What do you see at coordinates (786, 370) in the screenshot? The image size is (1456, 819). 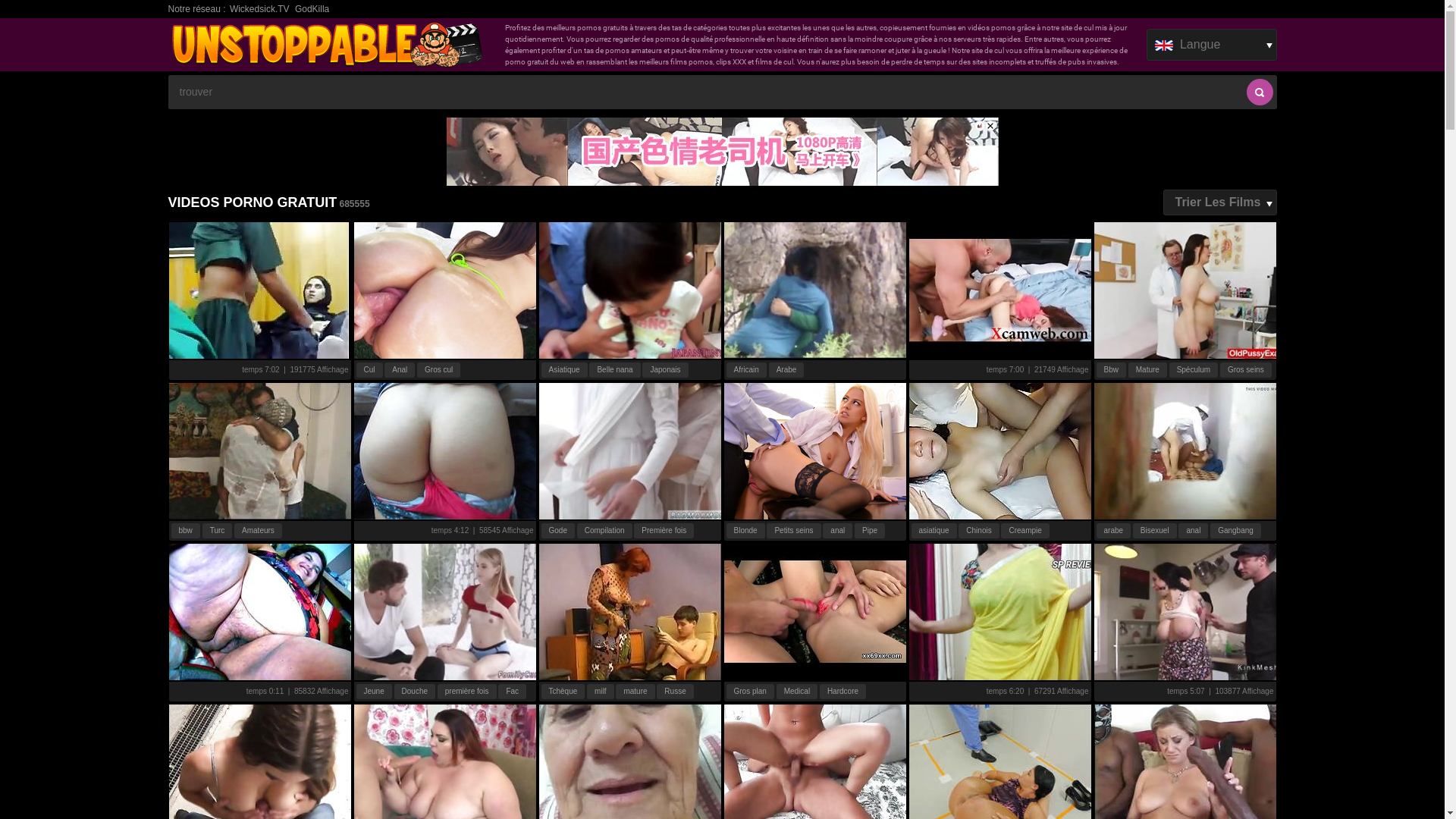 I see `'Arabe'` at bounding box center [786, 370].